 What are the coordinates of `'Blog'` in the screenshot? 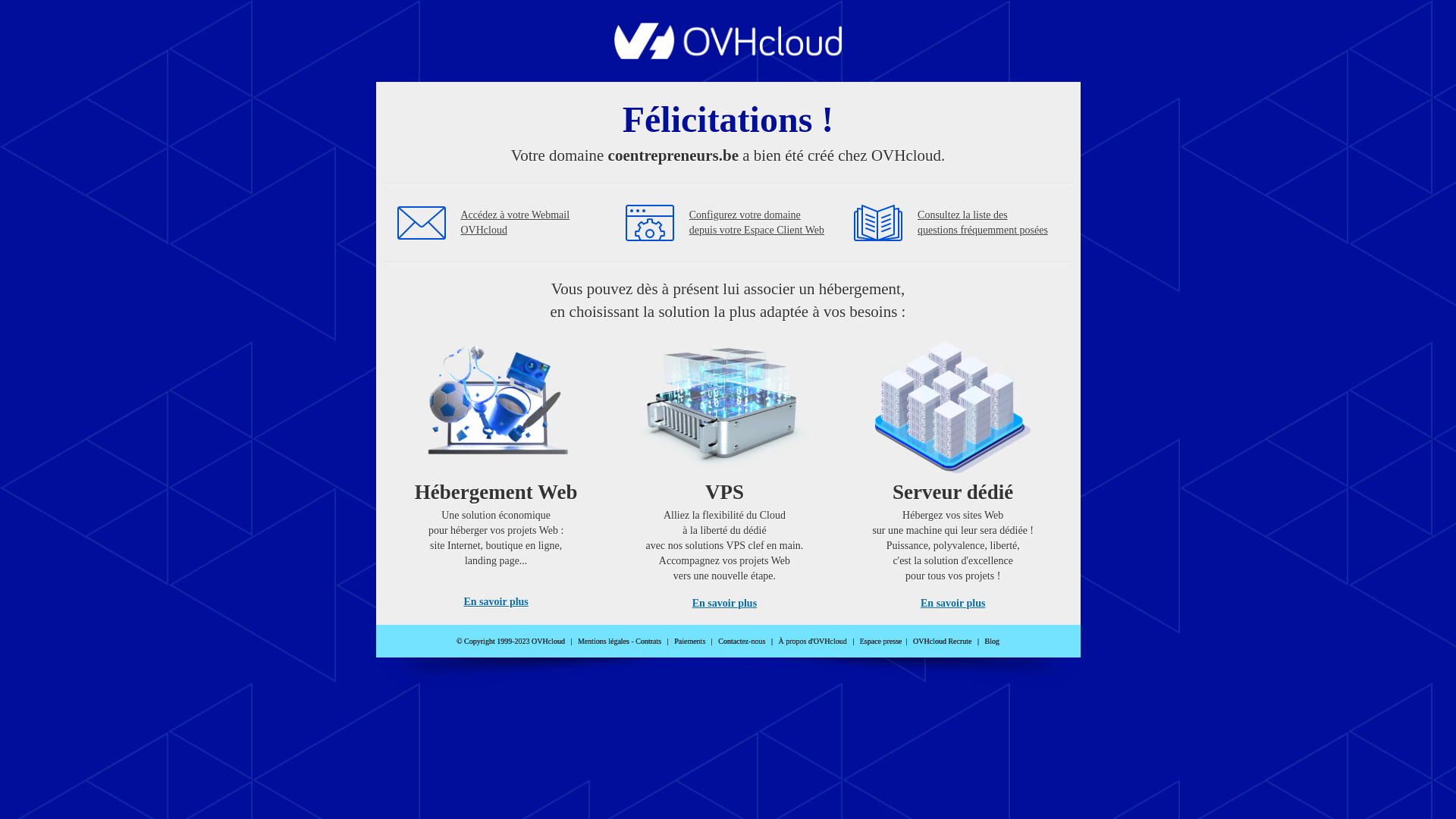 It's located at (992, 641).